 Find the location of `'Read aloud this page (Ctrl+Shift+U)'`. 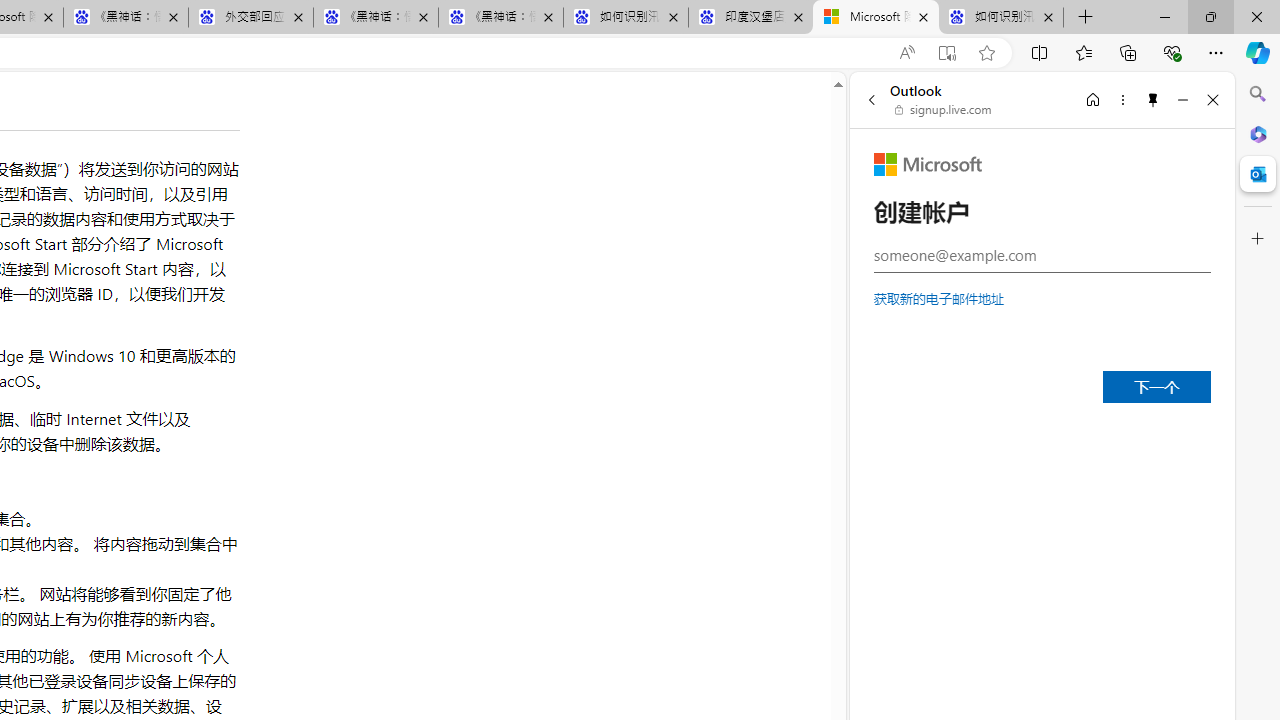

'Read aloud this page (Ctrl+Shift+U)' is located at coordinates (905, 52).